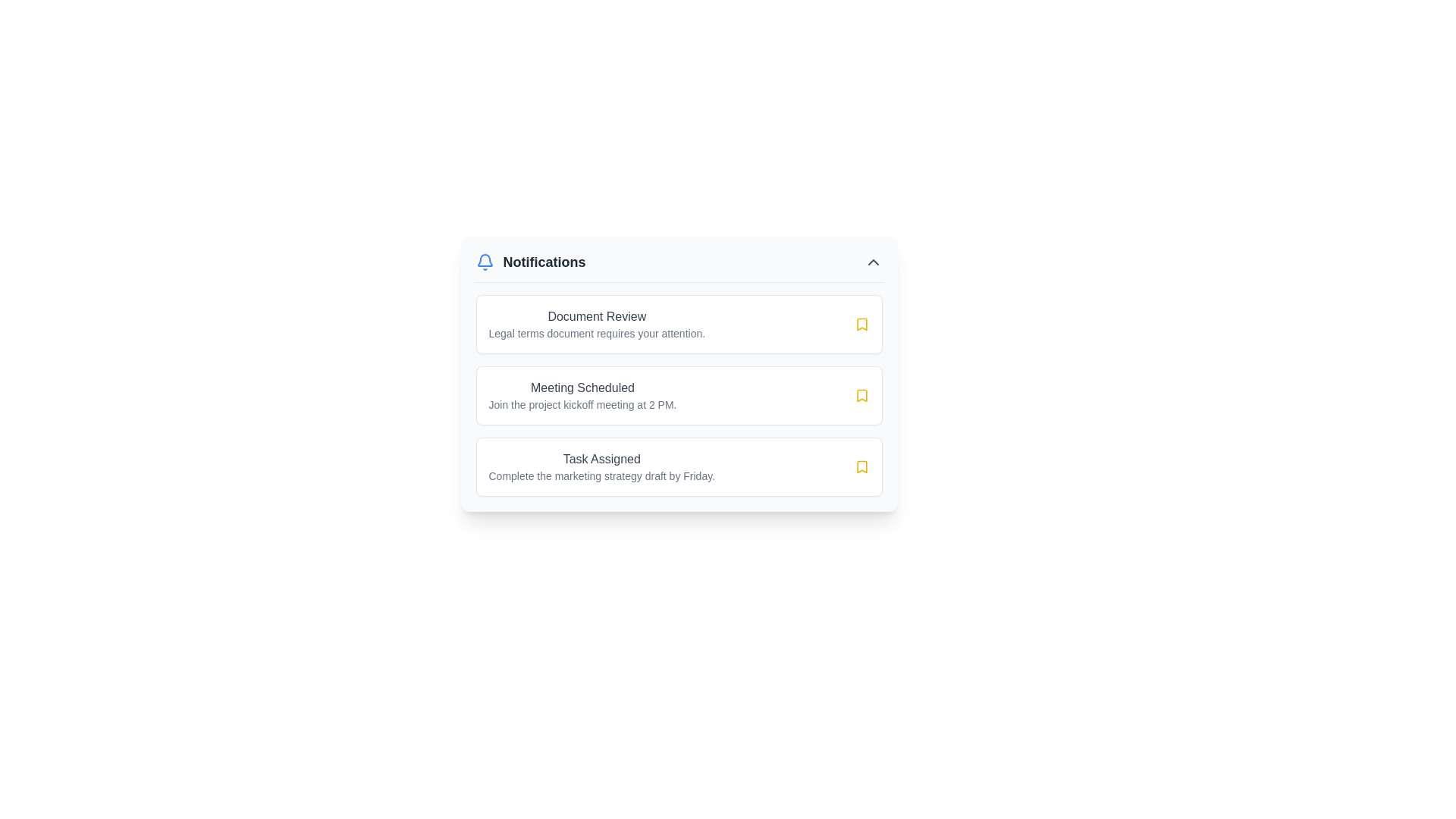 The width and height of the screenshot is (1456, 819). Describe the element at coordinates (601, 466) in the screenshot. I see `the notification content block displaying task-related information, which is the third item in the vertical list within the 'Notifications' section` at that location.